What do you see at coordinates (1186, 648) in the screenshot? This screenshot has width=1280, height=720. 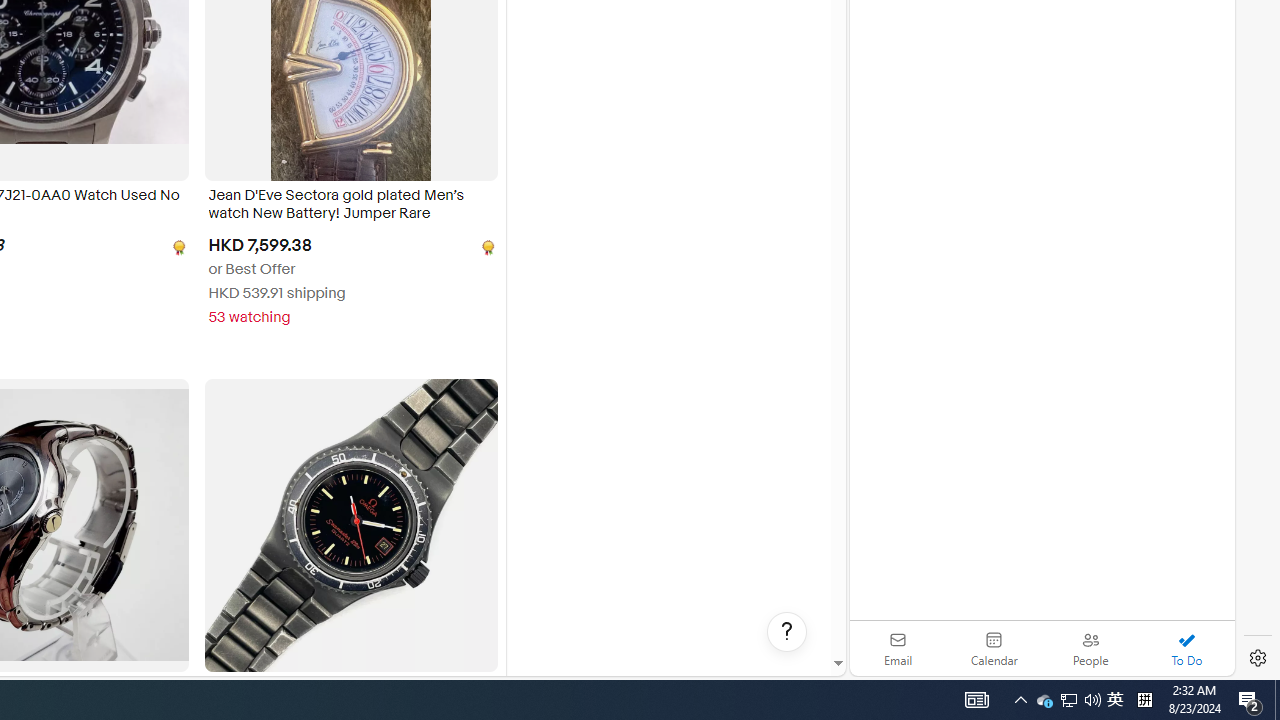 I see `'To Do'` at bounding box center [1186, 648].